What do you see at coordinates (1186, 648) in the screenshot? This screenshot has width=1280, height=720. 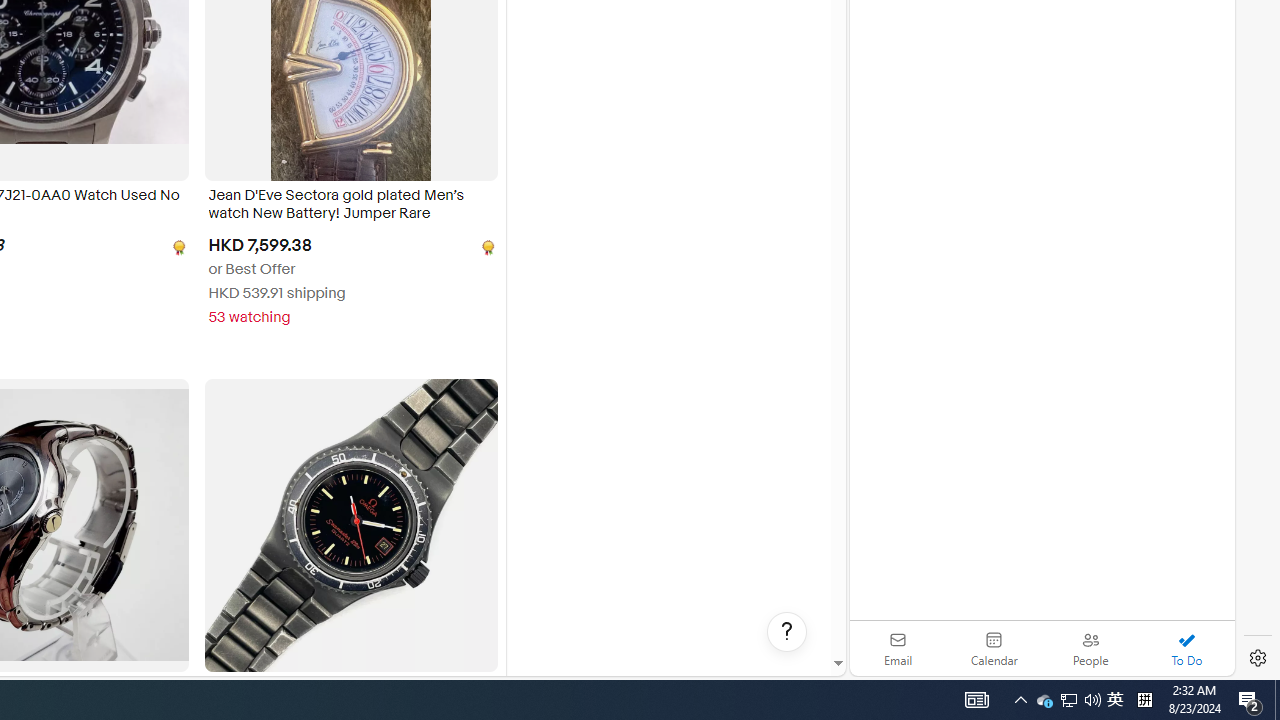 I see `'To Do'` at bounding box center [1186, 648].